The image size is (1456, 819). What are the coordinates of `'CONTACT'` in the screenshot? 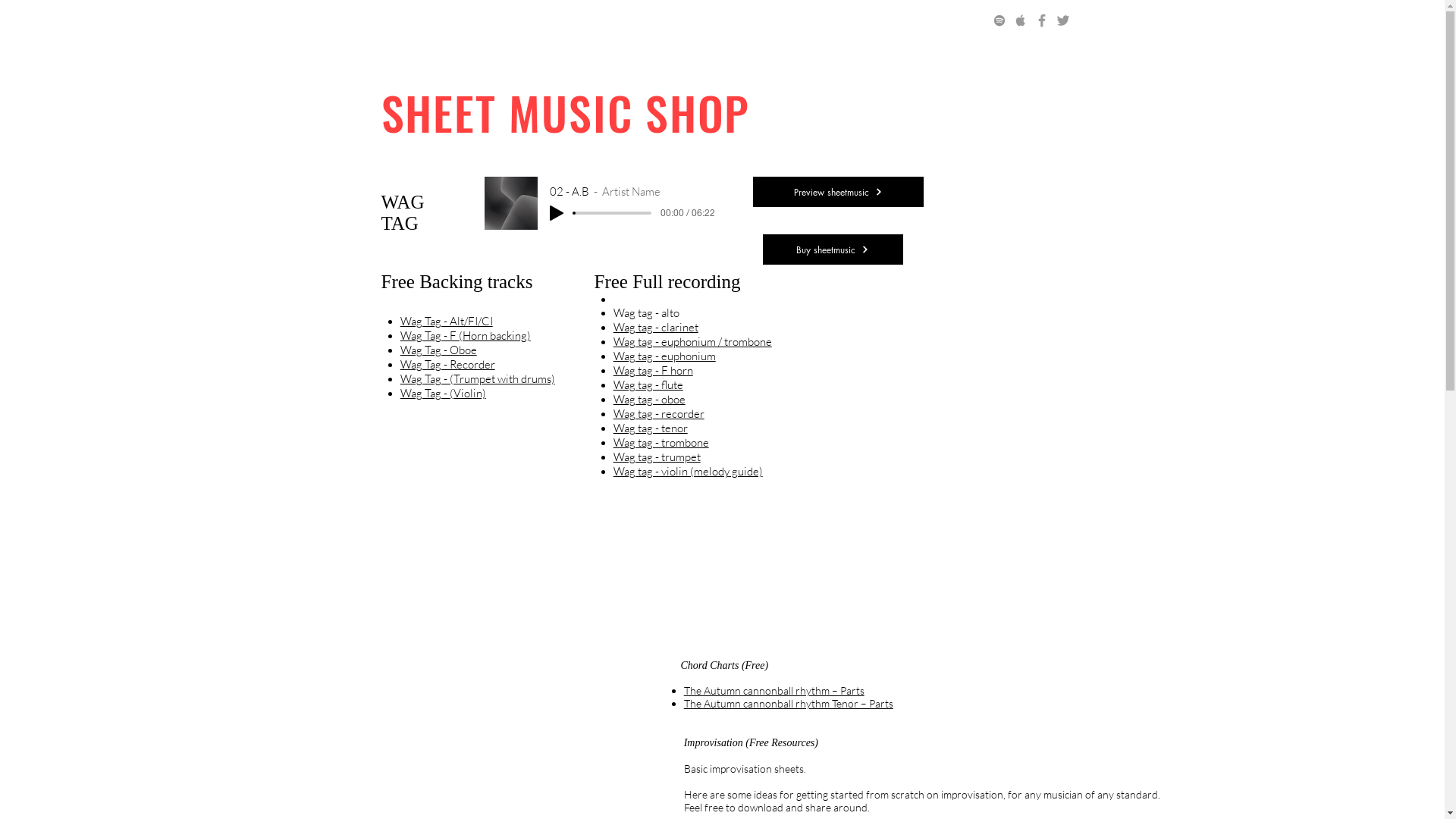 It's located at (855, 22).